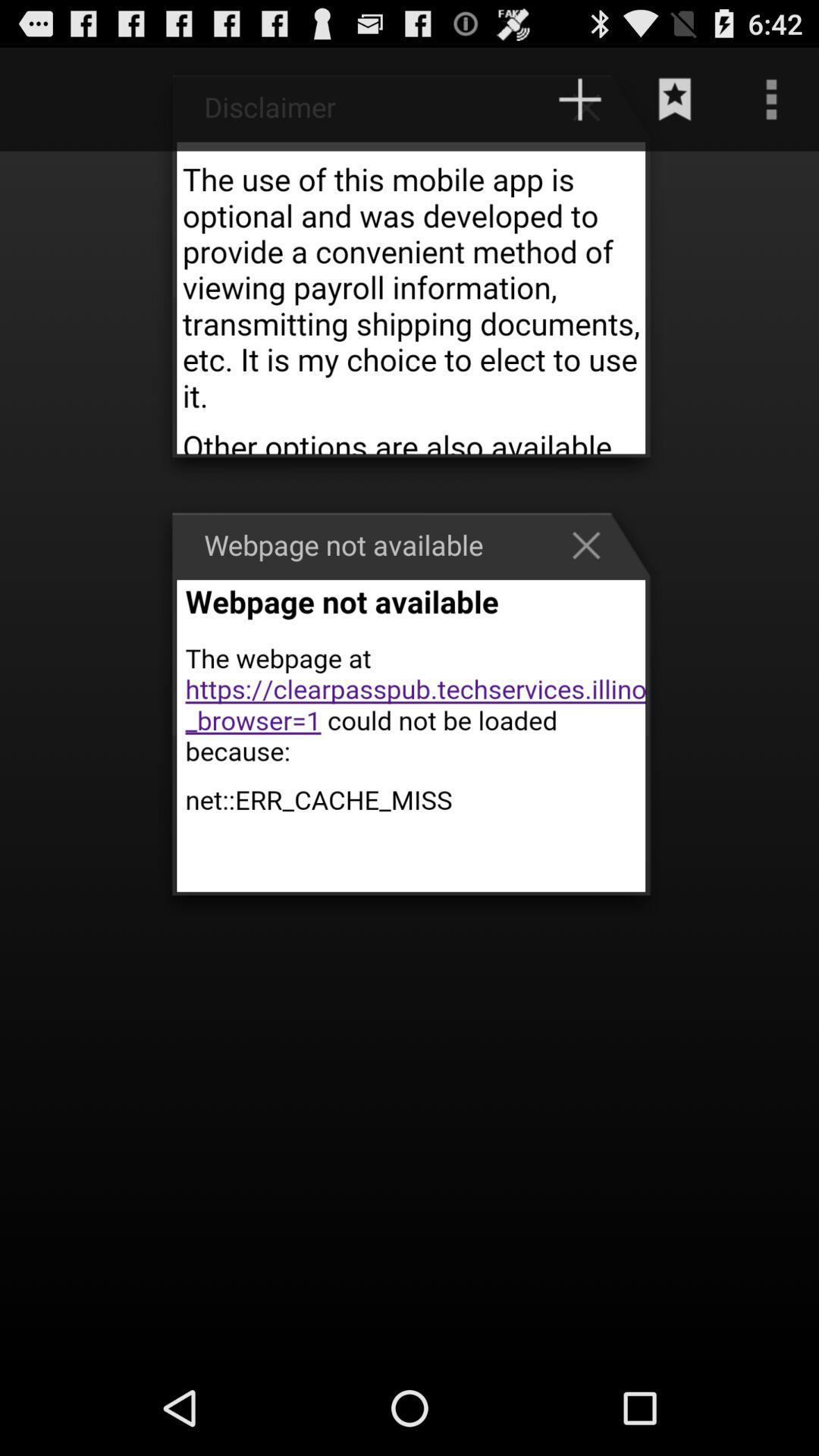 The height and width of the screenshot is (1456, 819). What do you see at coordinates (593, 113) in the screenshot?
I see `the add icon` at bounding box center [593, 113].